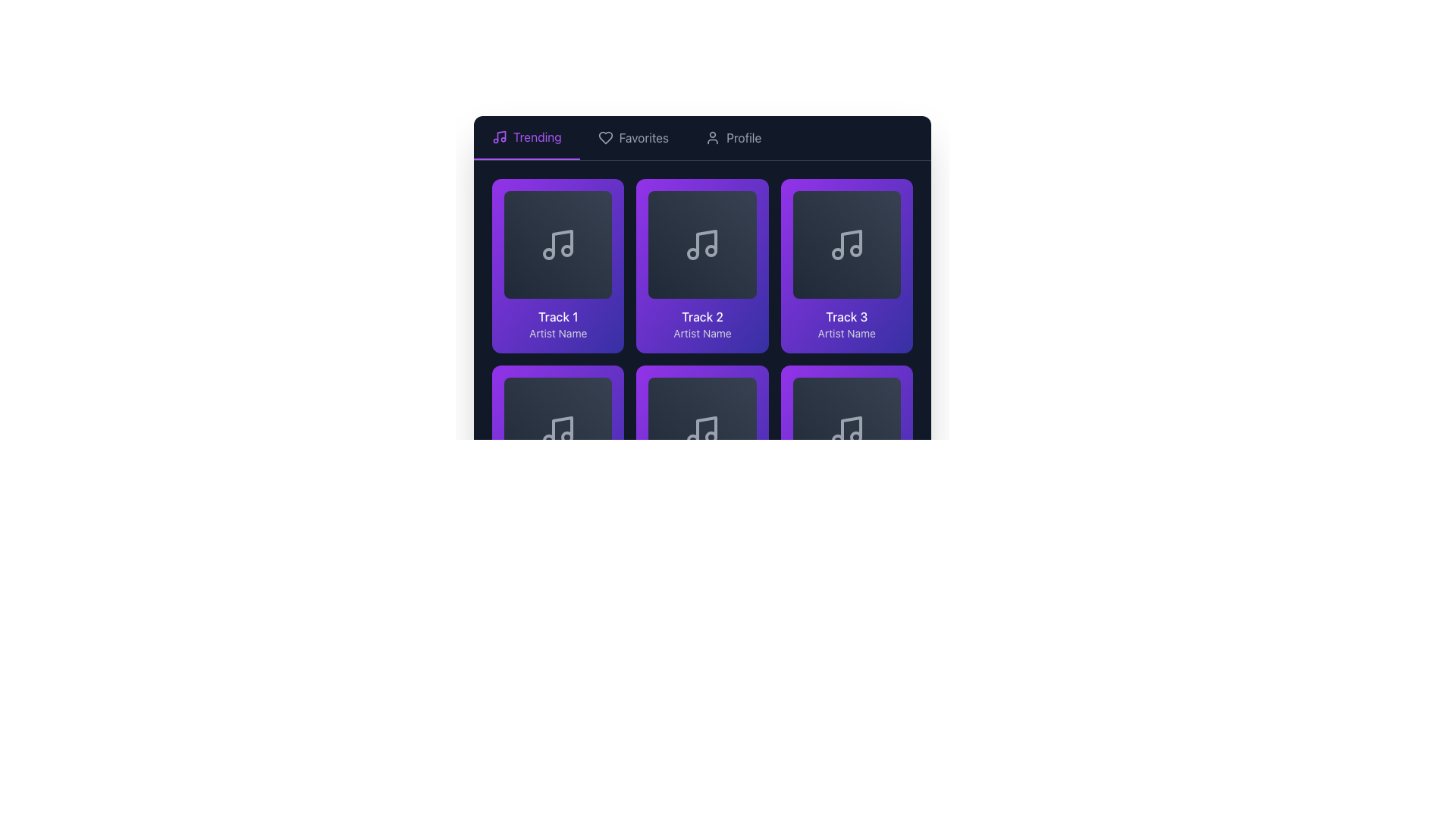 The image size is (1456, 819). What do you see at coordinates (499, 137) in the screenshot?
I see `the musical note icon located in the leftmost position of the top navigation bar` at bounding box center [499, 137].